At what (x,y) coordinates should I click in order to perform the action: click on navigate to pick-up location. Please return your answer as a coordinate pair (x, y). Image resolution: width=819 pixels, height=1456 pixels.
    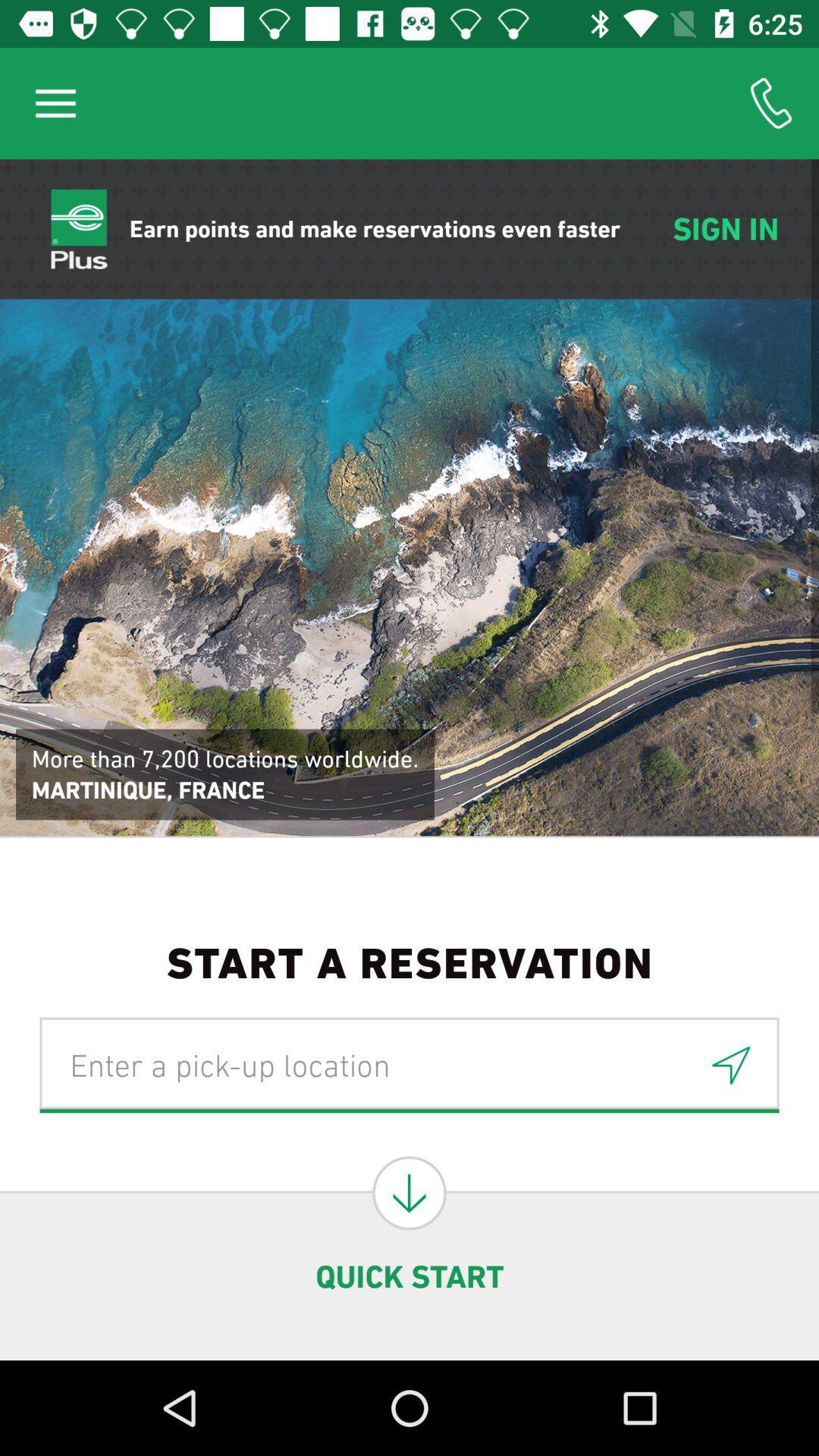
    Looking at the image, I should click on (409, 1064).